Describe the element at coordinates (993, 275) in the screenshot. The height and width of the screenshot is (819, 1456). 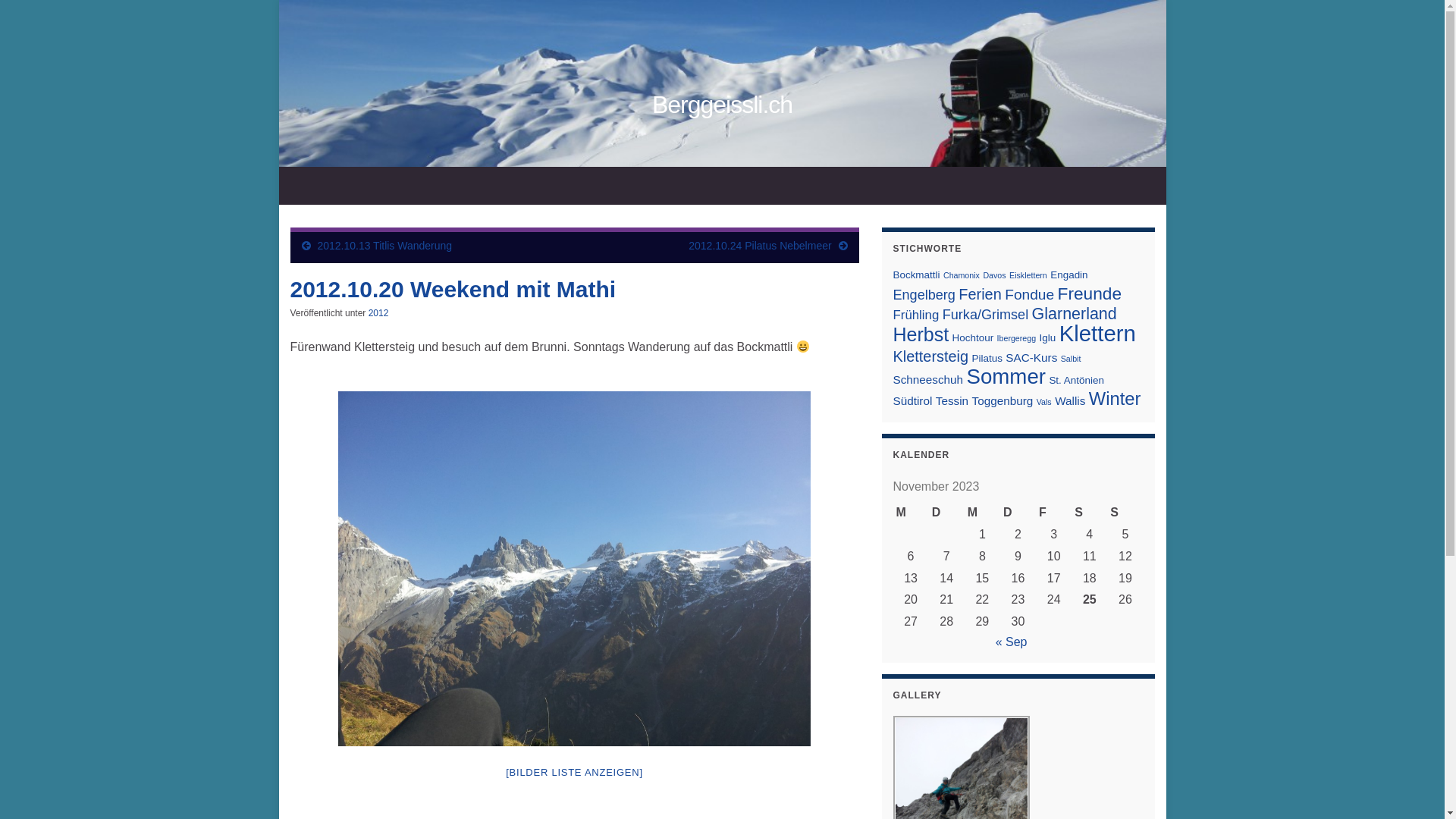
I see `'Davos'` at that location.